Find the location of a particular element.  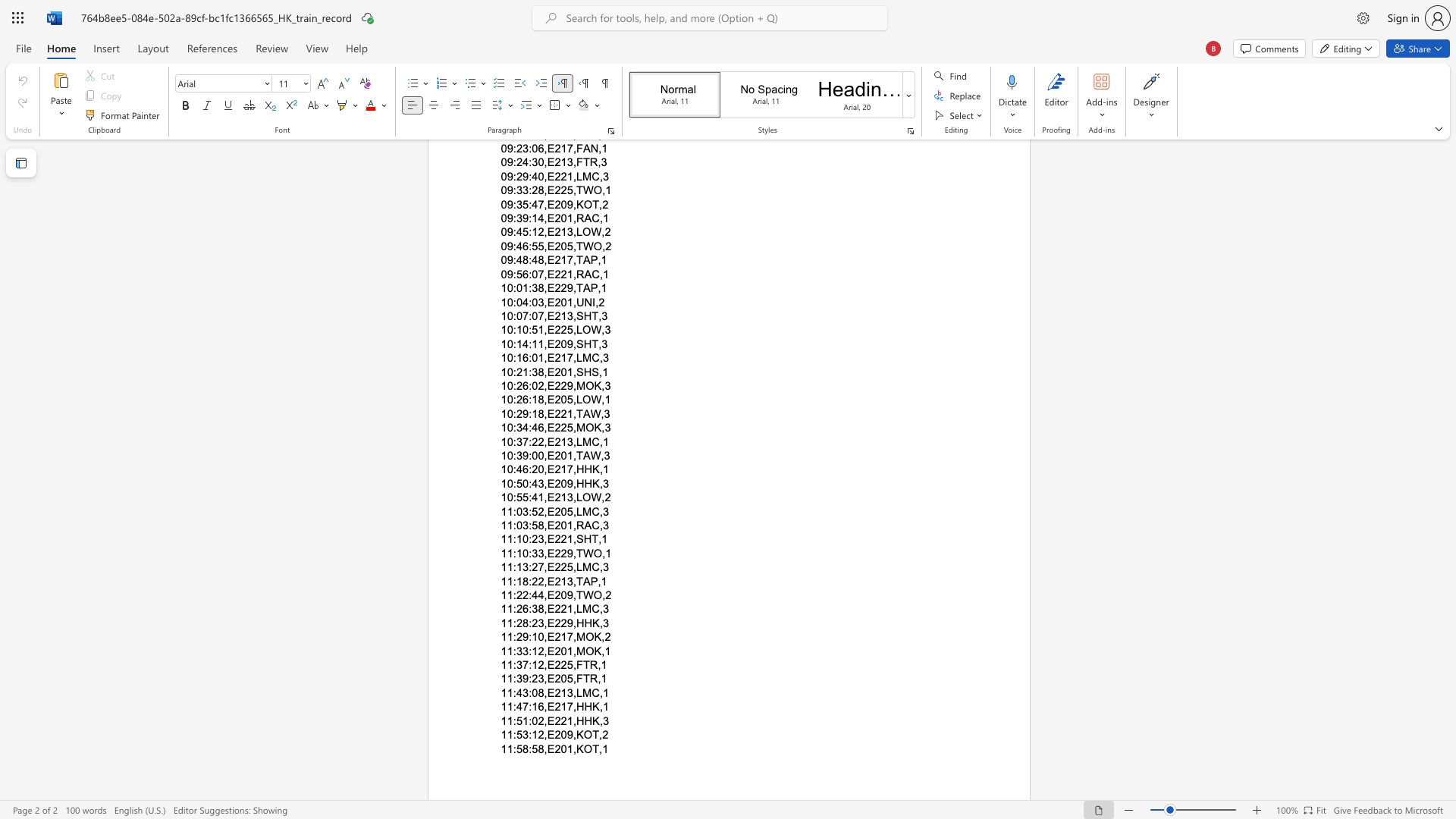

the space between the continuous character "2" and "1" in the text is located at coordinates (560, 637).